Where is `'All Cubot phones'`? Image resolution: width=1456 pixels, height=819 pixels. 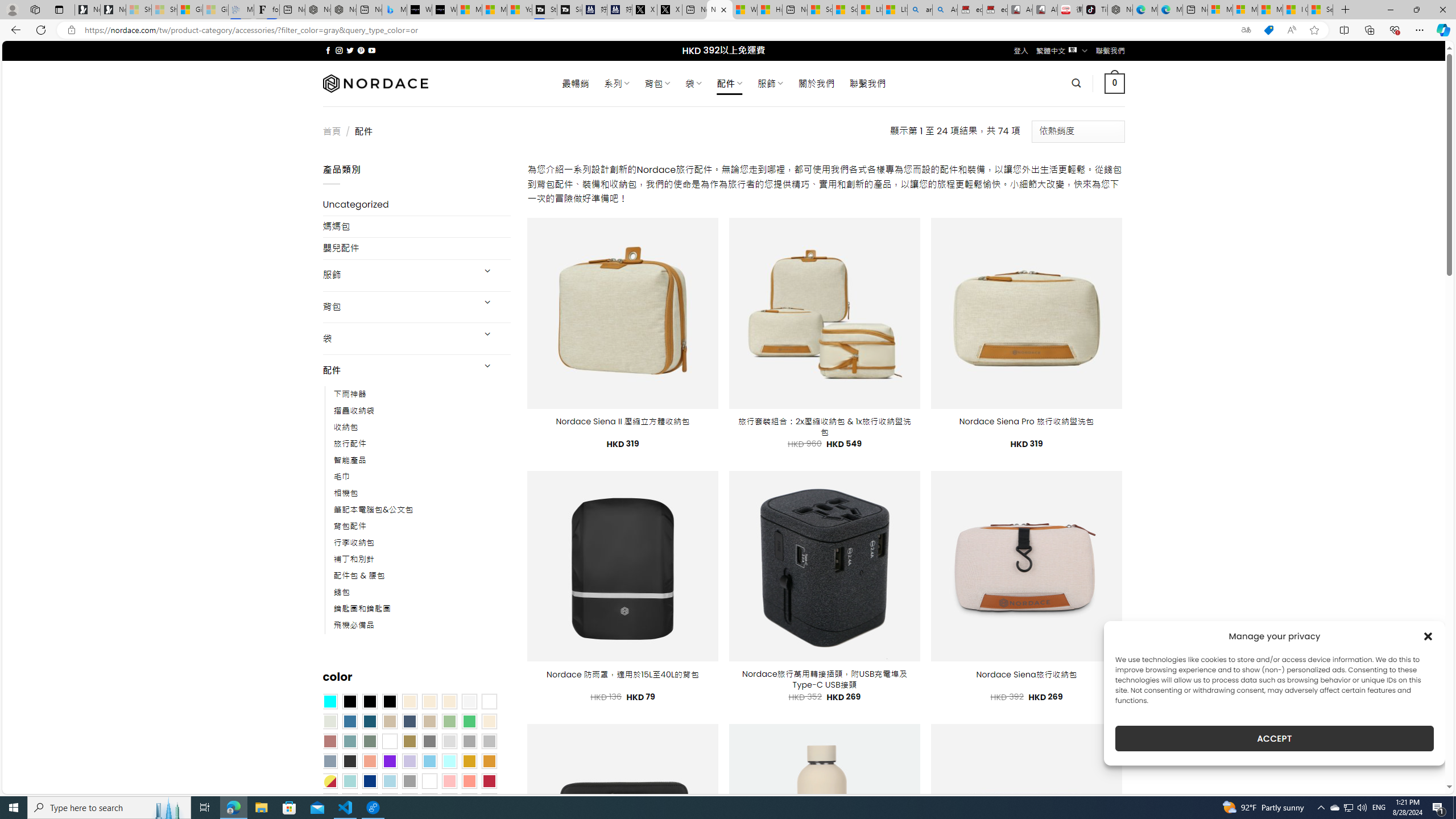 'All Cubot phones' is located at coordinates (1045, 9).